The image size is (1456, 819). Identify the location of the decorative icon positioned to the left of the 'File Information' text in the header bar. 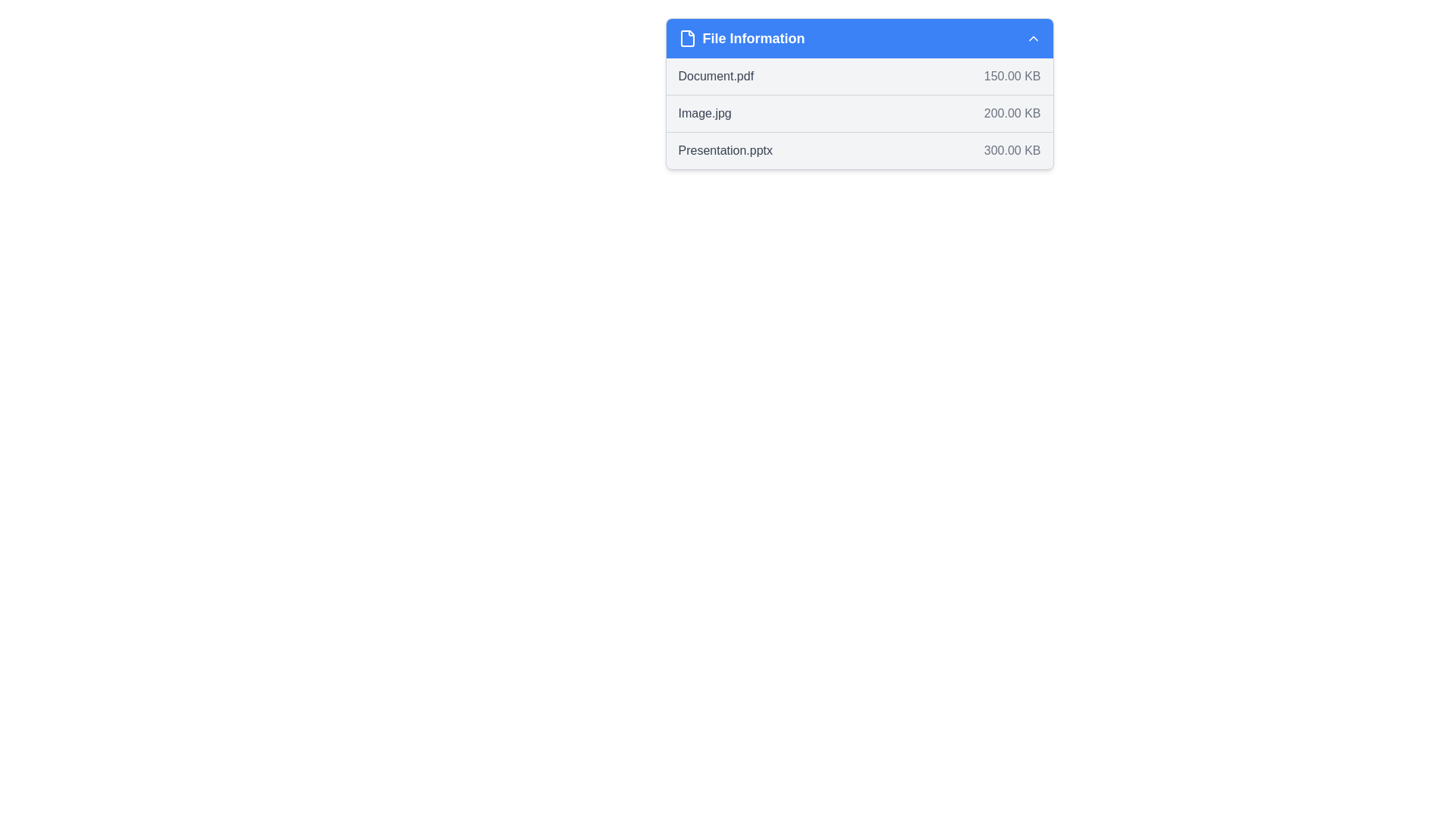
(686, 37).